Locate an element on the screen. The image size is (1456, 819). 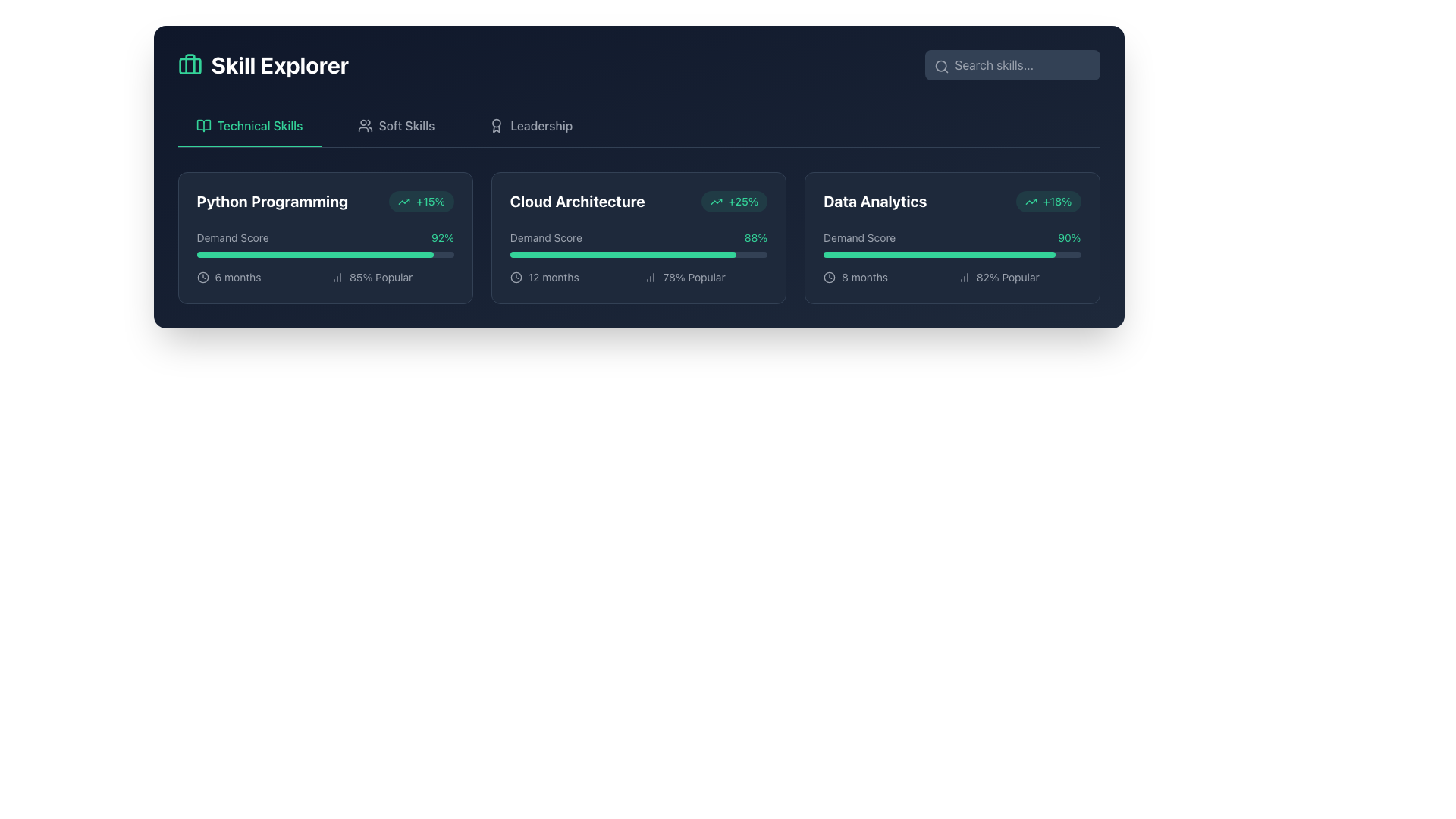
the 'Technical Skills' text label, which is styled in green on a dark background and positioned under the 'Skill Explorer' heading is located at coordinates (260, 124).